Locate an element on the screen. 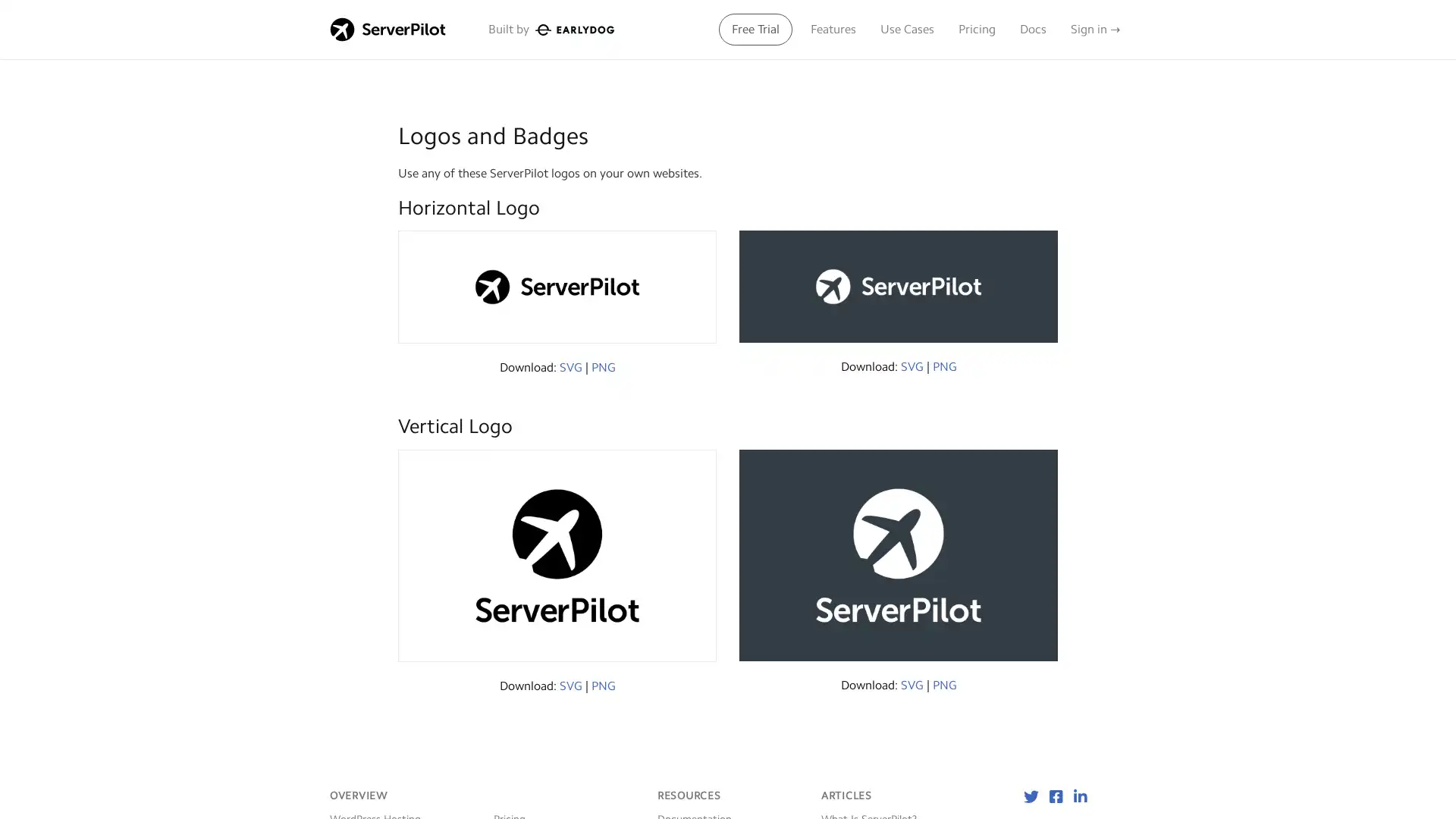 This screenshot has height=819, width=1456. Docs is located at coordinates (1032, 29).